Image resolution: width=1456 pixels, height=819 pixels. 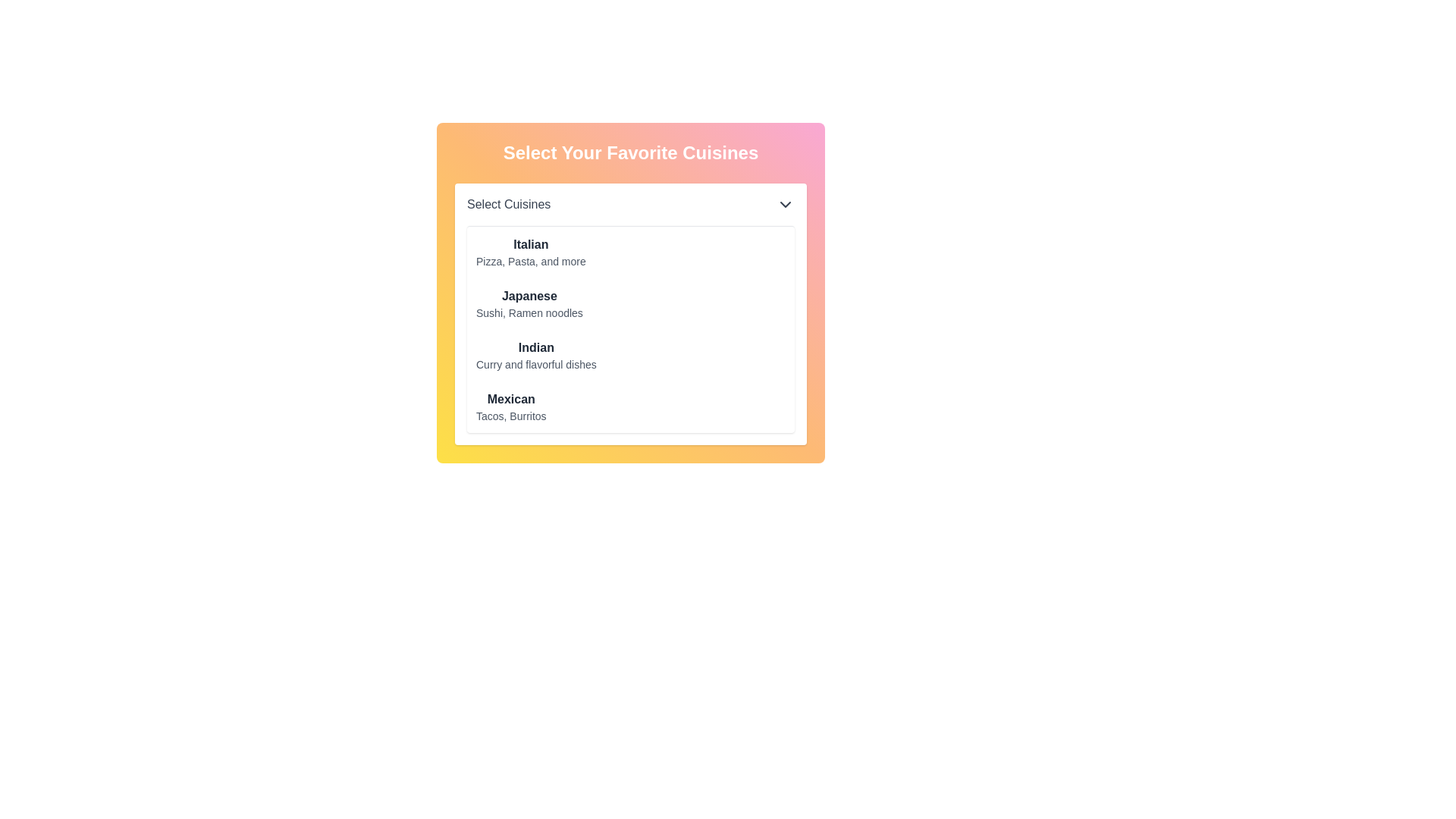 What do you see at coordinates (536, 356) in the screenshot?
I see `the clickable list item representing 'Indian' cuisine` at bounding box center [536, 356].